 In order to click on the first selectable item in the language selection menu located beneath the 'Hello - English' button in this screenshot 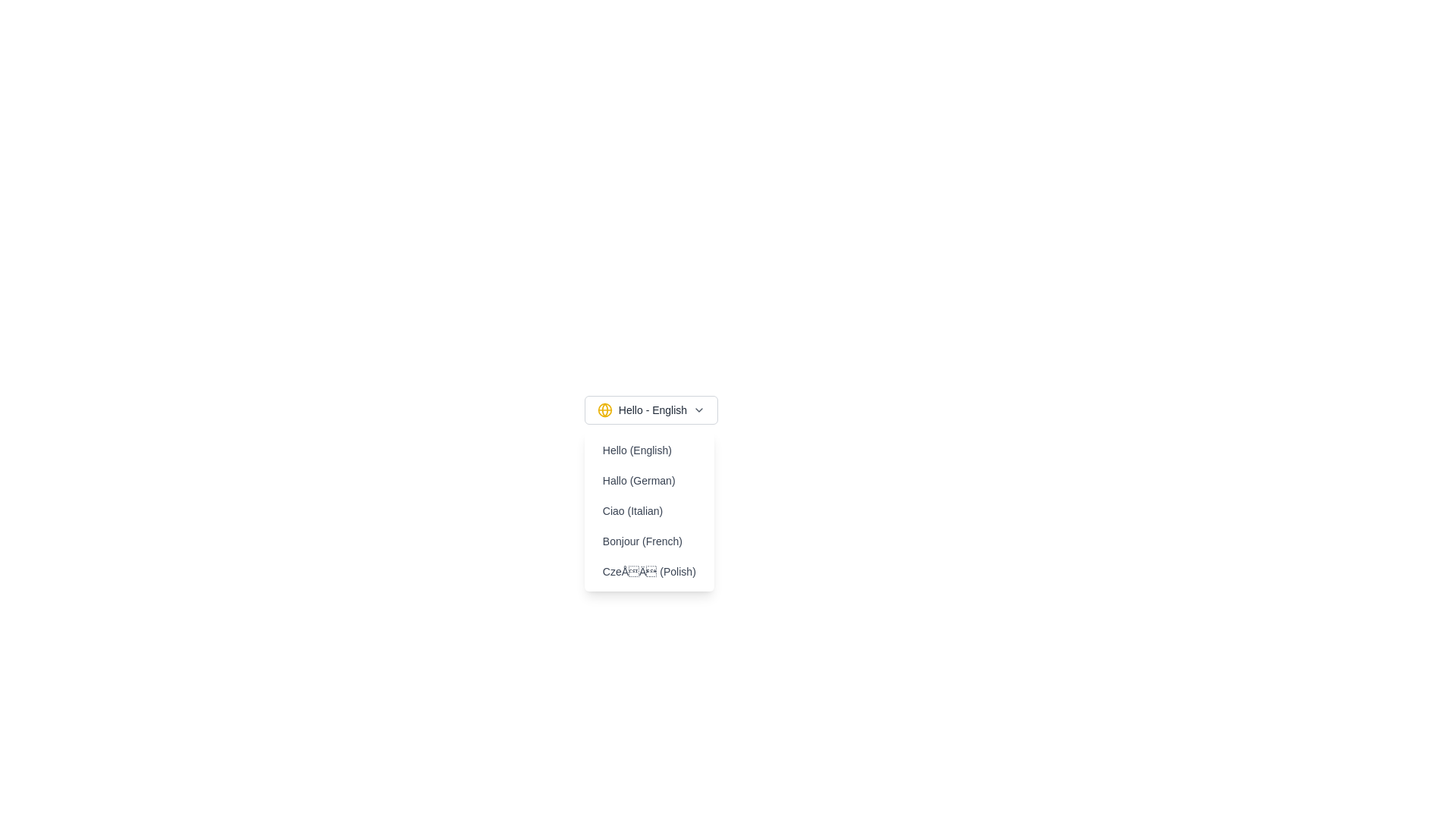, I will do `click(649, 450)`.